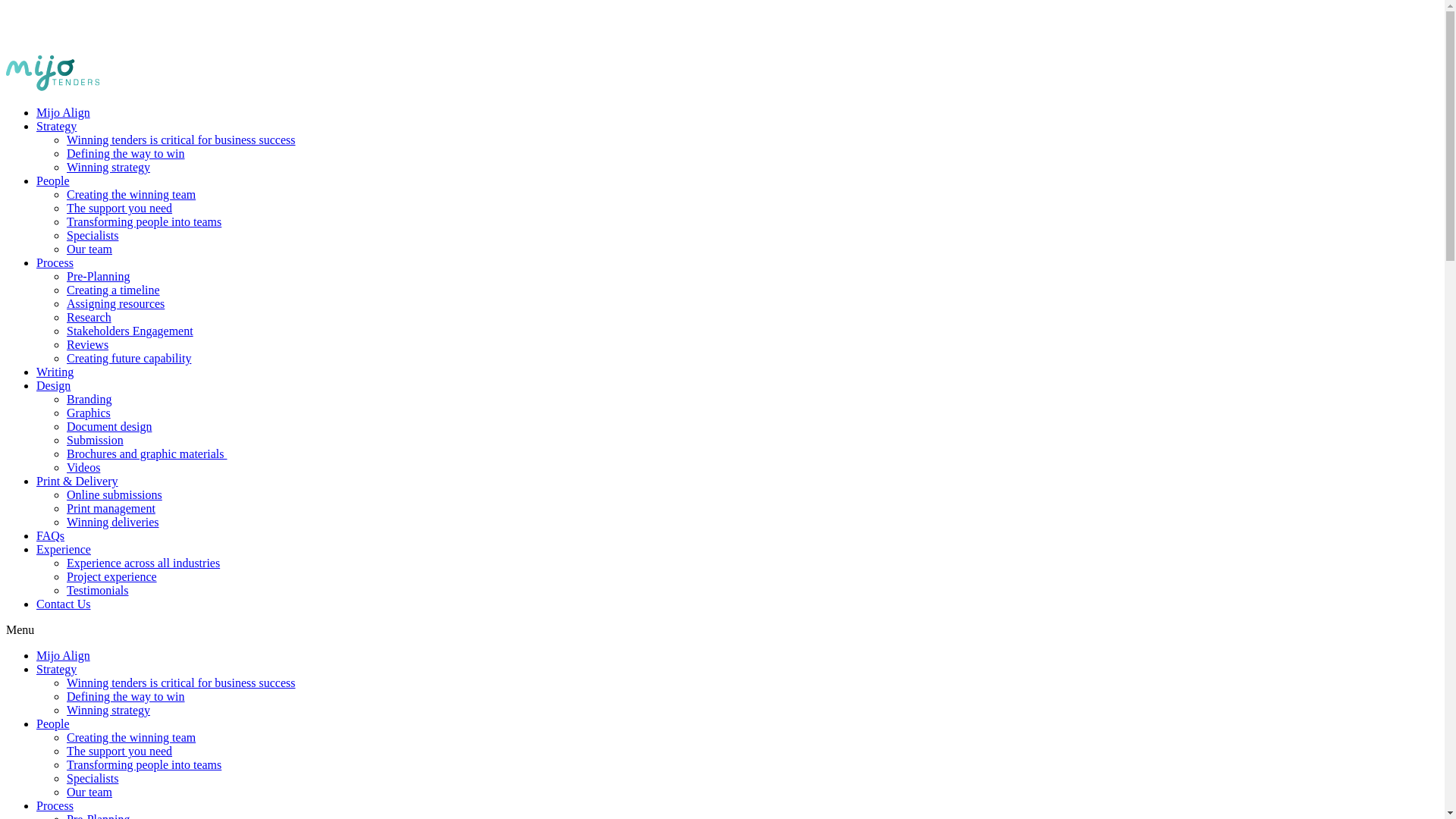 The width and height of the screenshot is (1456, 819). Describe the element at coordinates (89, 398) in the screenshot. I see `'Branding'` at that location.